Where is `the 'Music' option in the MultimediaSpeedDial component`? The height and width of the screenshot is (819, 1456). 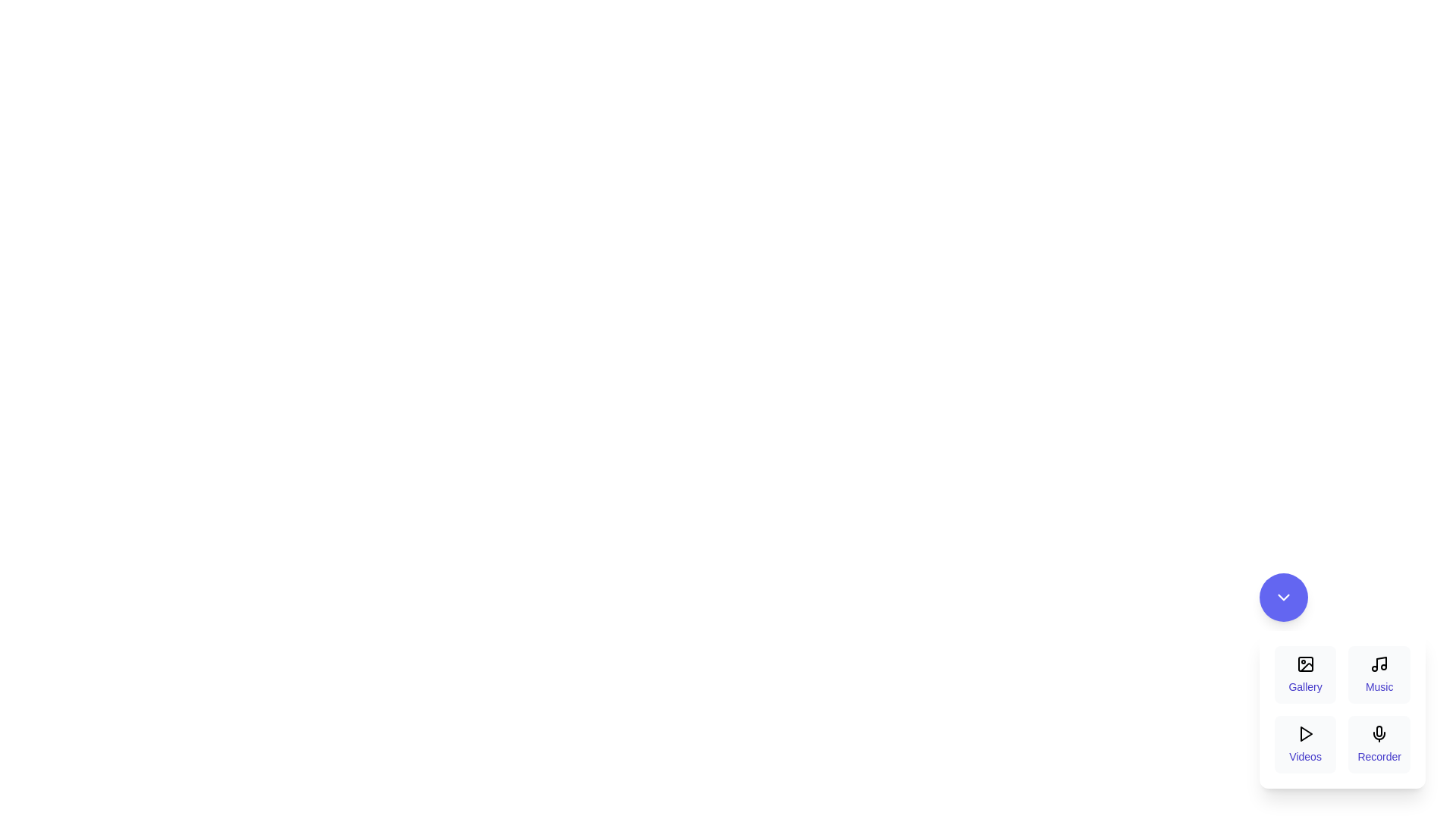
the 'Music' option in the MultimediaSpeedDial component is located at coordinates (1379, 674).